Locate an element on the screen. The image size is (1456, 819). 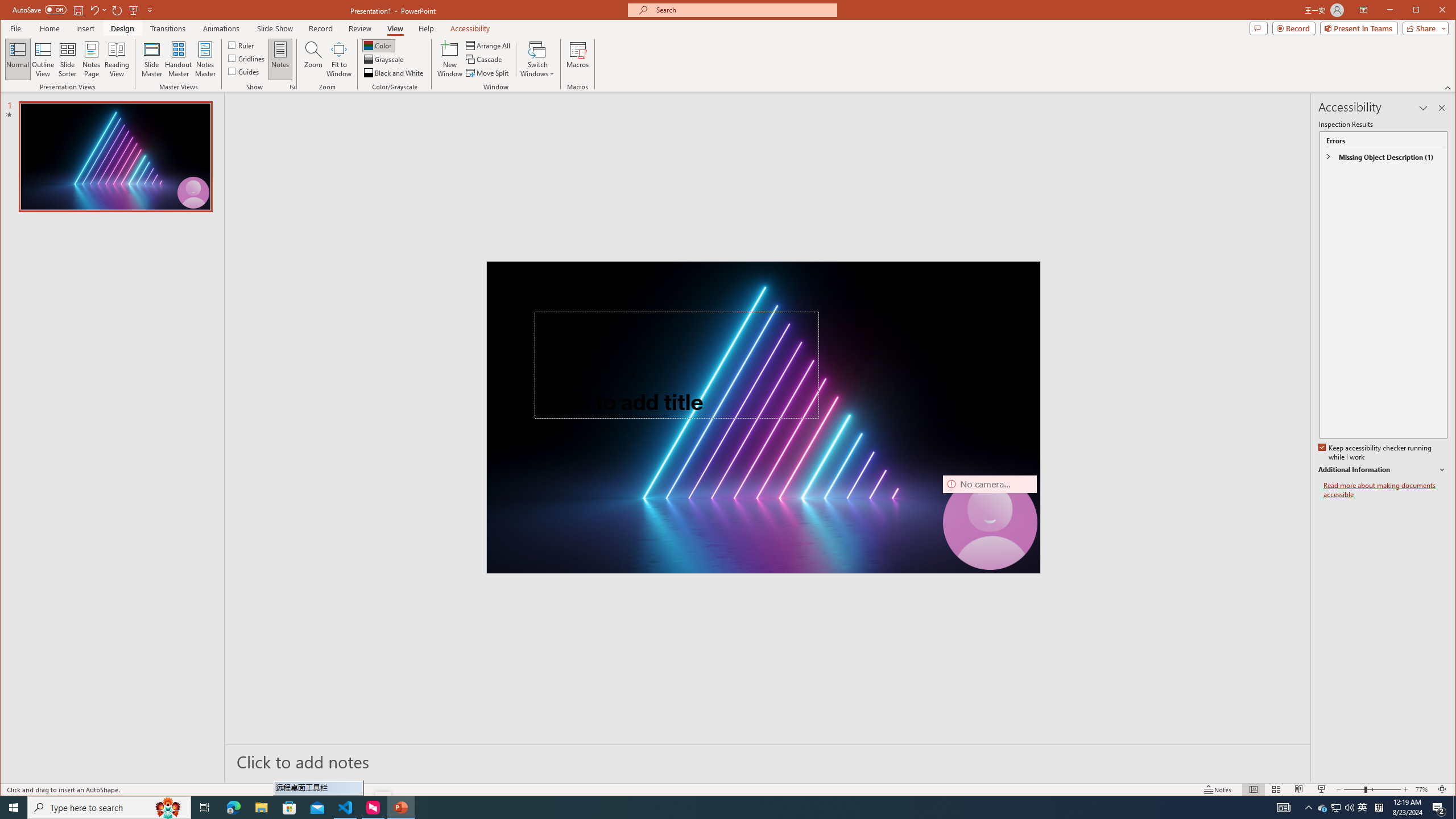
'Gridlines' is located at coordinates (246, 58).